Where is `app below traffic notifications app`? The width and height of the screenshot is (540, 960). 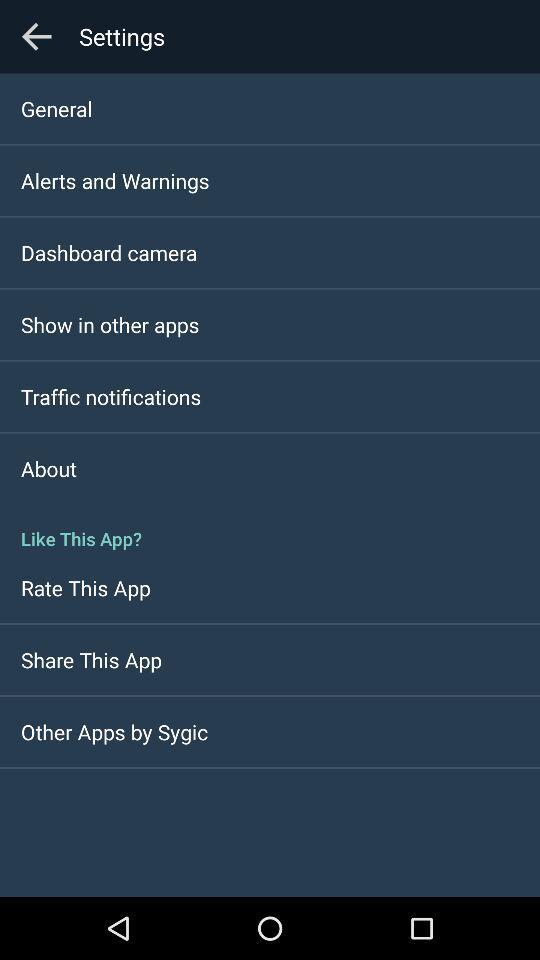
app below traffic notifications app is located at coordinates (48, 468).